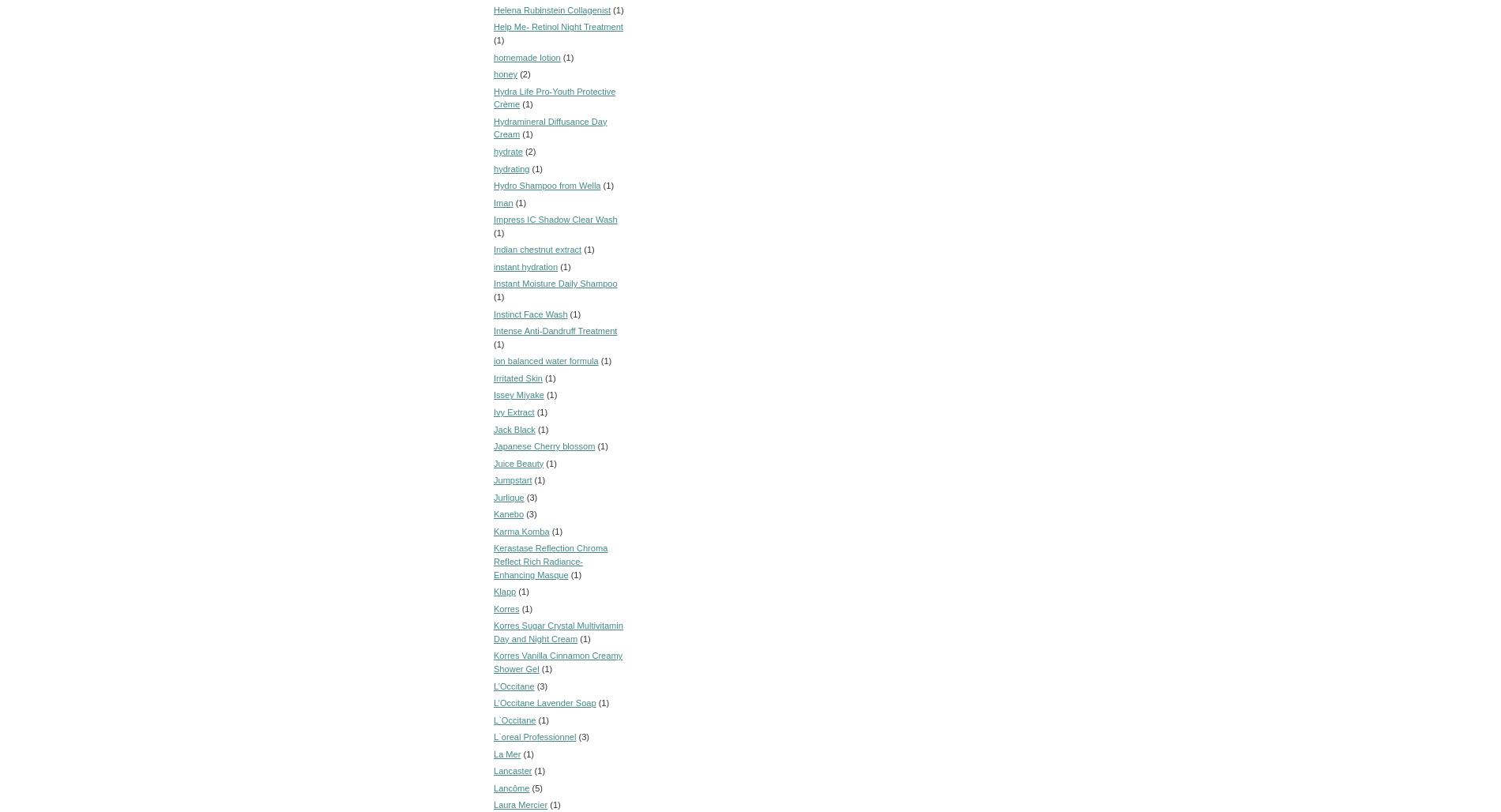 This screenshot has width=1501, height=812. What do you see at coordinates (518, 394) in the screenshot?
I see `'Issey Miyake'` at bounding box center [518, 394].